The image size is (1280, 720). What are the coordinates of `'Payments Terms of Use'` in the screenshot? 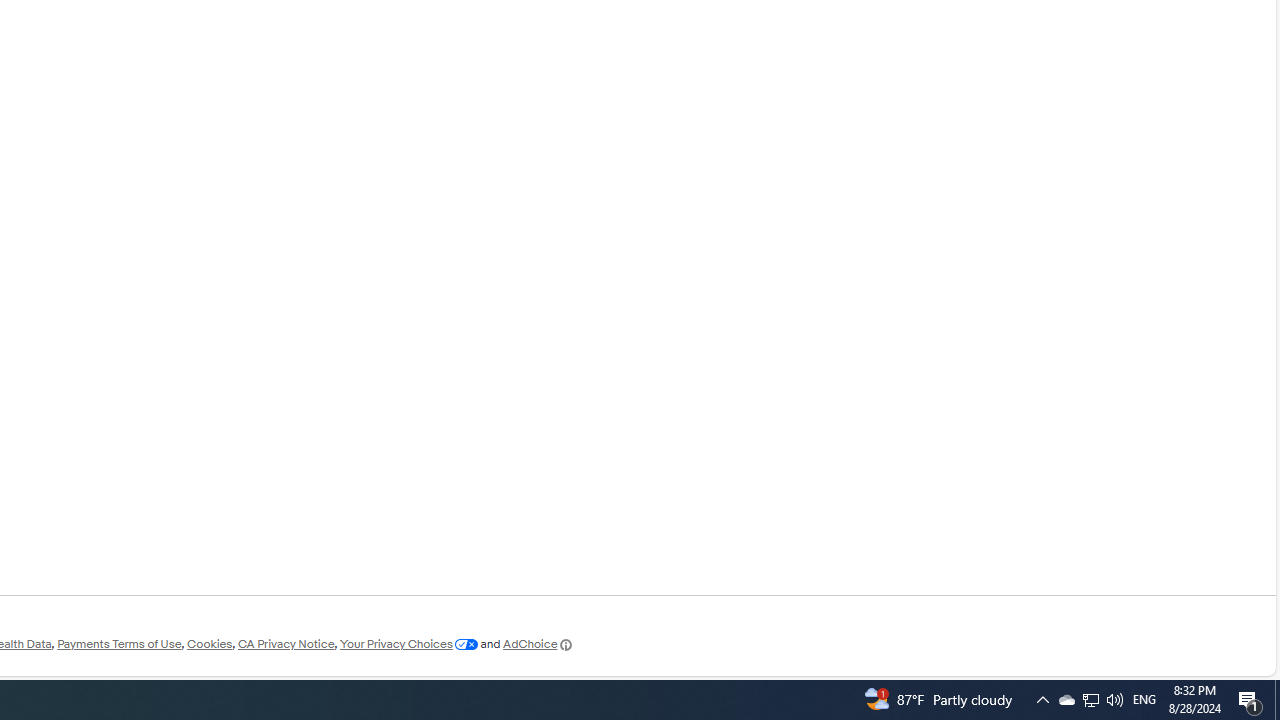 It's located at (118, 644).